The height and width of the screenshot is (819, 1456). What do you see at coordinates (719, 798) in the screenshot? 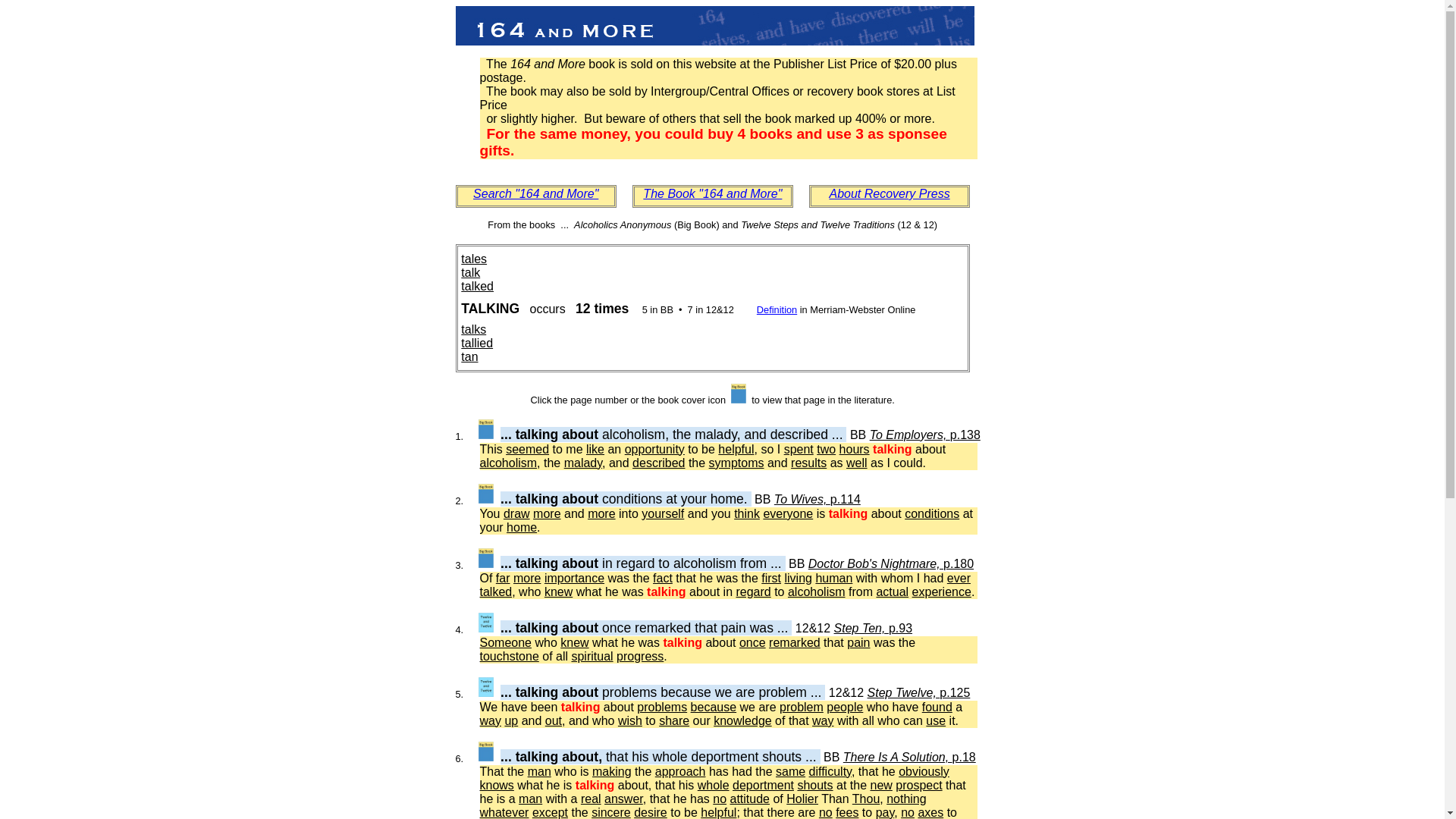
I see `'no'` at bounding box center [719, 798].